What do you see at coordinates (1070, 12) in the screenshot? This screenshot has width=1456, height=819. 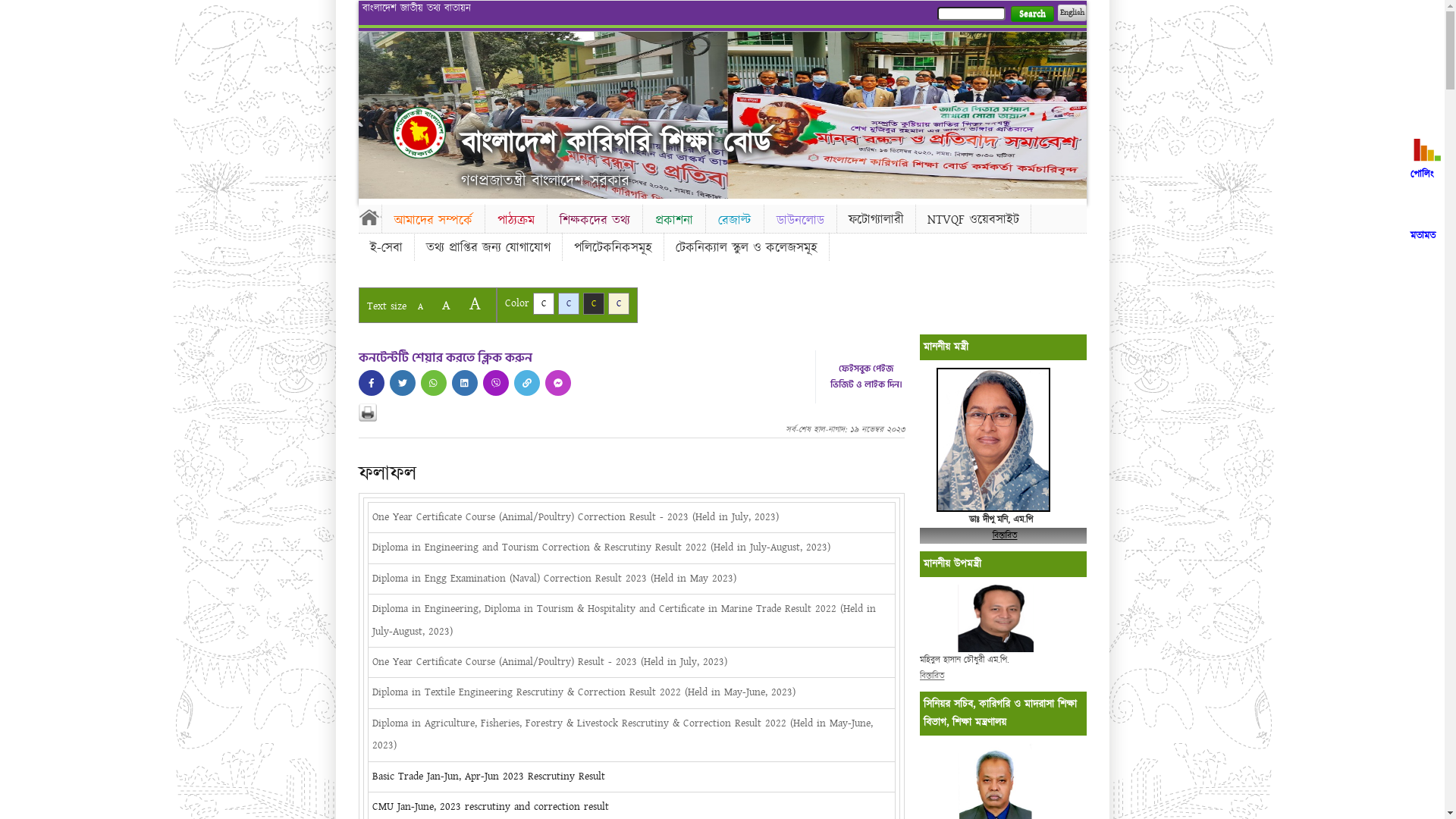 I see `'English'` at bounding box center [1070, 12].